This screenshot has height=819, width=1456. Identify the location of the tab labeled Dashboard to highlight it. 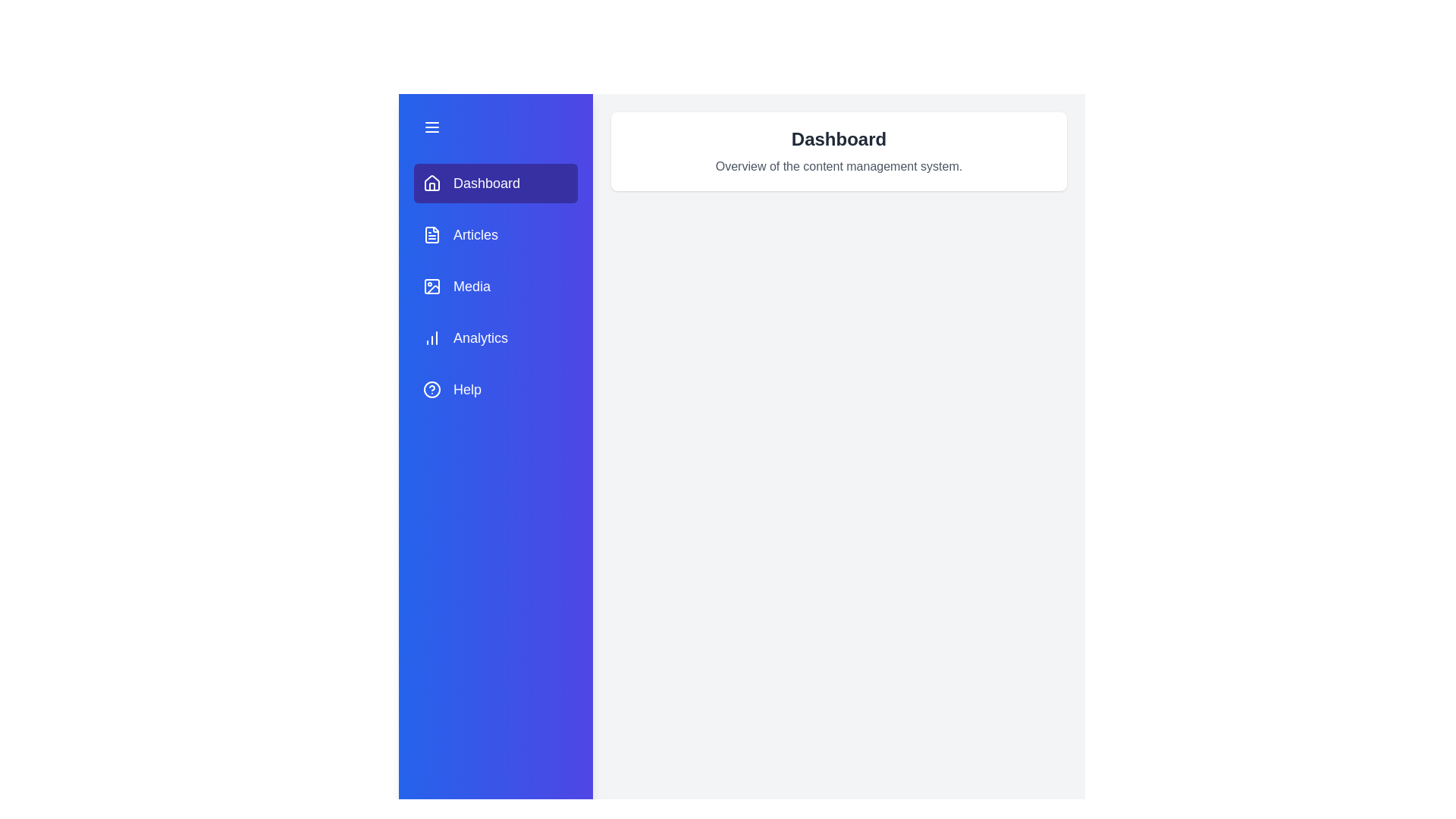
(495, 183).